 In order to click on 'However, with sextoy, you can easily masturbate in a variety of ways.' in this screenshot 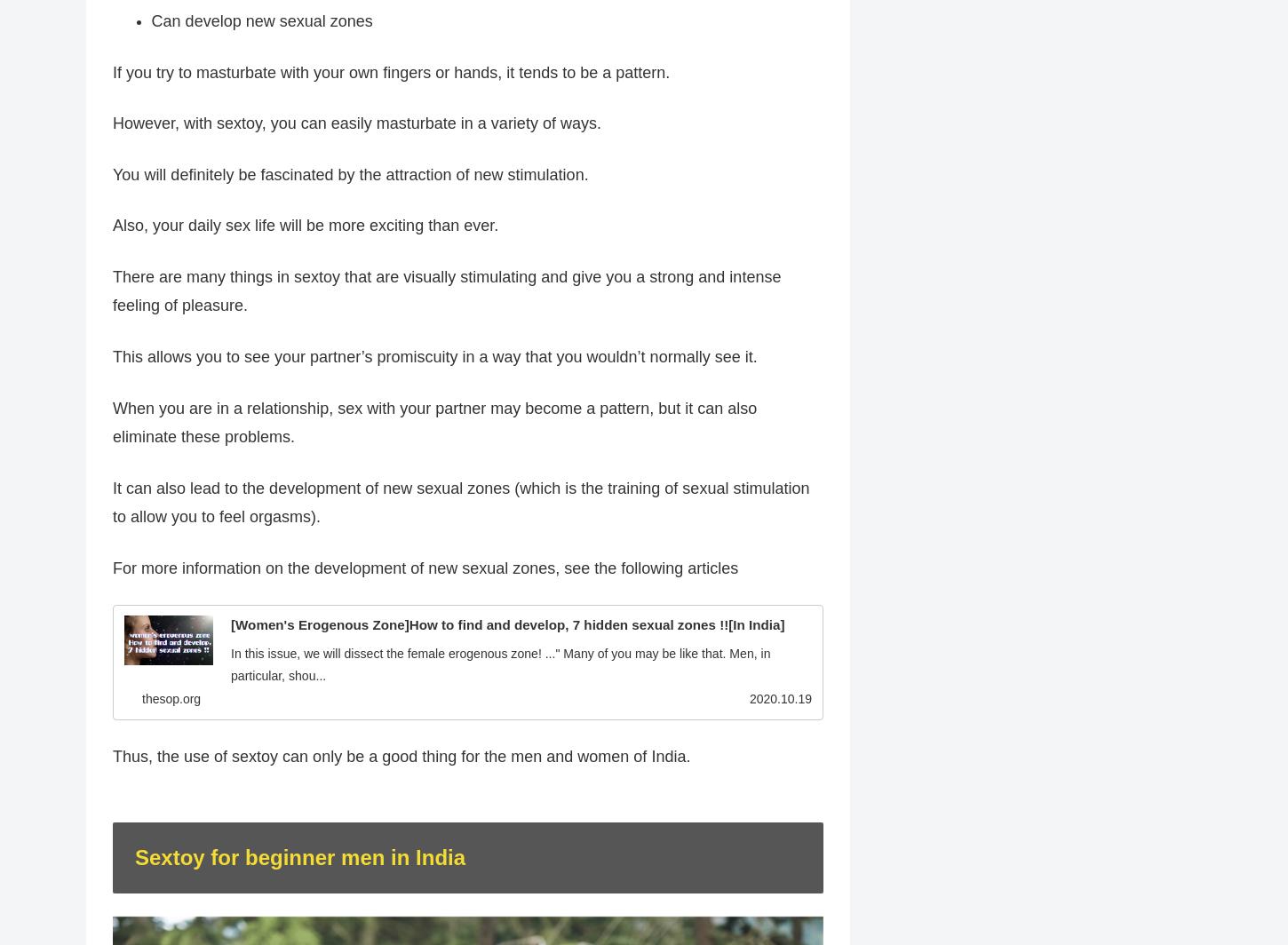, I will do `click(355, 123)`.